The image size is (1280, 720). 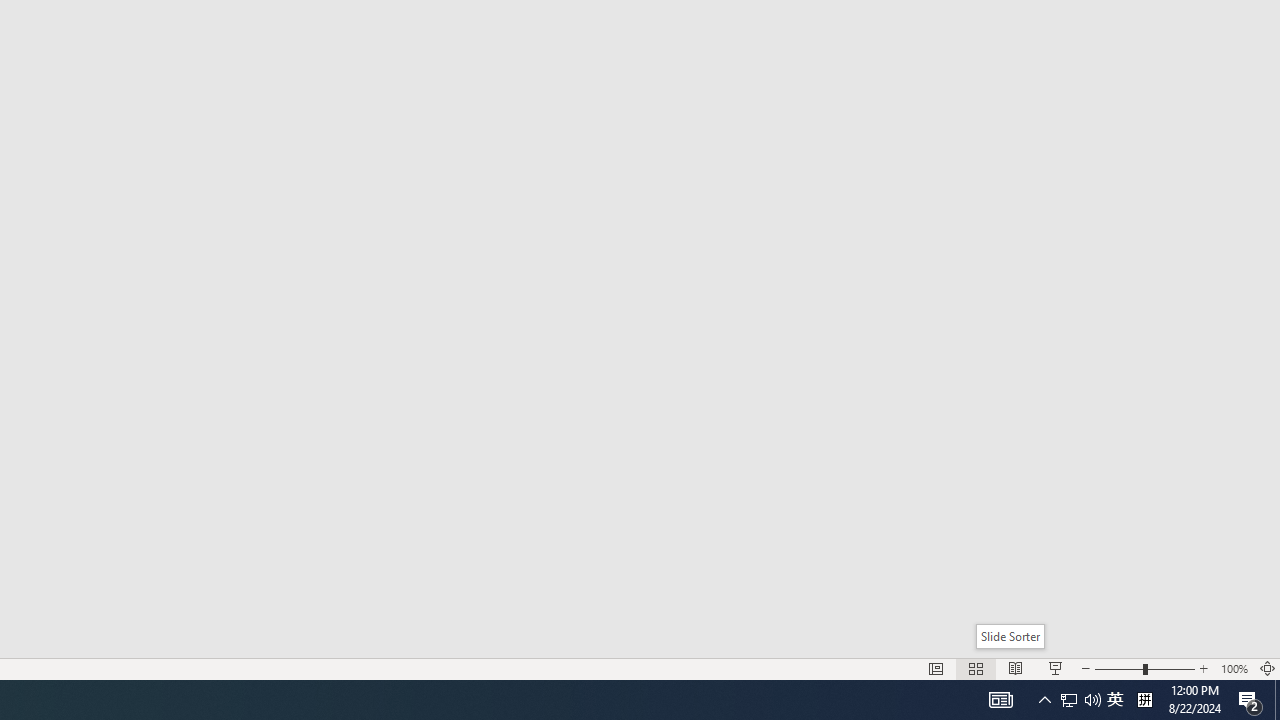 What do you see at coordinates (1233, 669) in the screenshot?
I see `'Zoom 100%'` at bounding box center [1233, 669].